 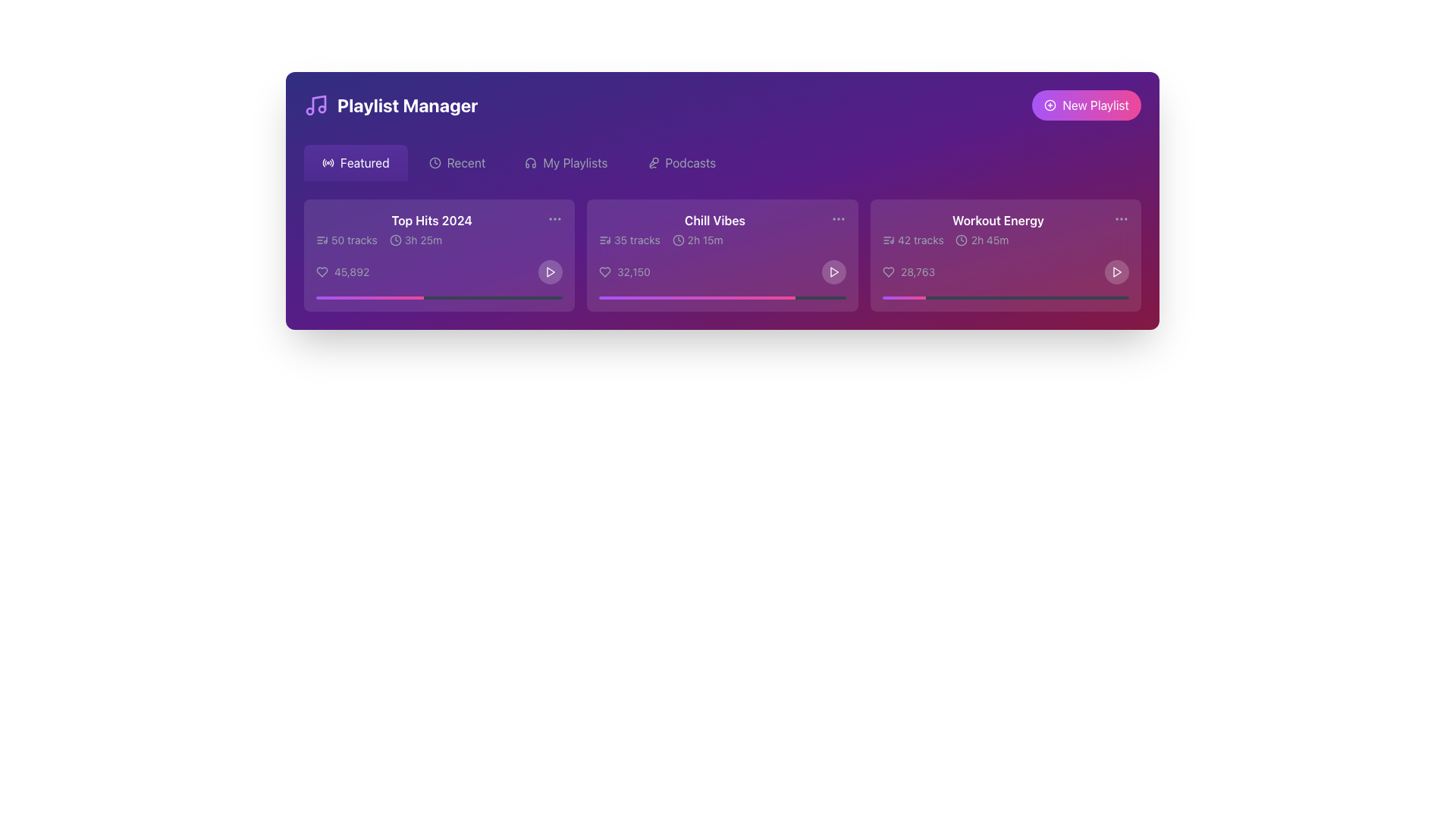 What do you see at coordinates (677, 239) in the screenshot?
I see `the clock icon representing the duration of the 'Chill Vibes' playlist, located near the text '2h 15m'` at bounding box center [677, 239].